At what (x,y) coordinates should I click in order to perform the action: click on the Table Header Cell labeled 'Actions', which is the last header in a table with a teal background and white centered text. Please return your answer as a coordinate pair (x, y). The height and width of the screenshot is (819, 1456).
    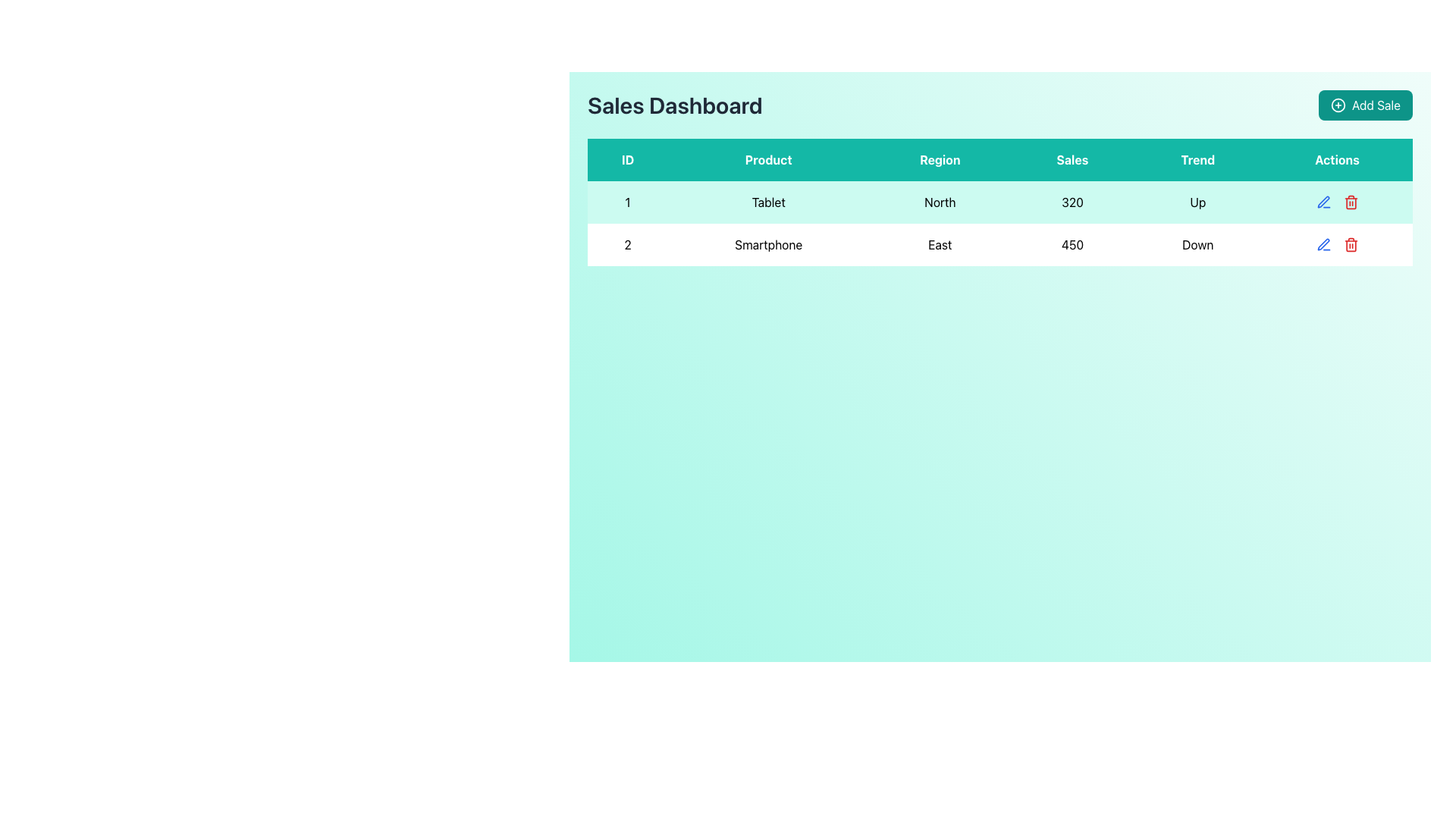
    Looking at the image, I should click on (1337, 160).